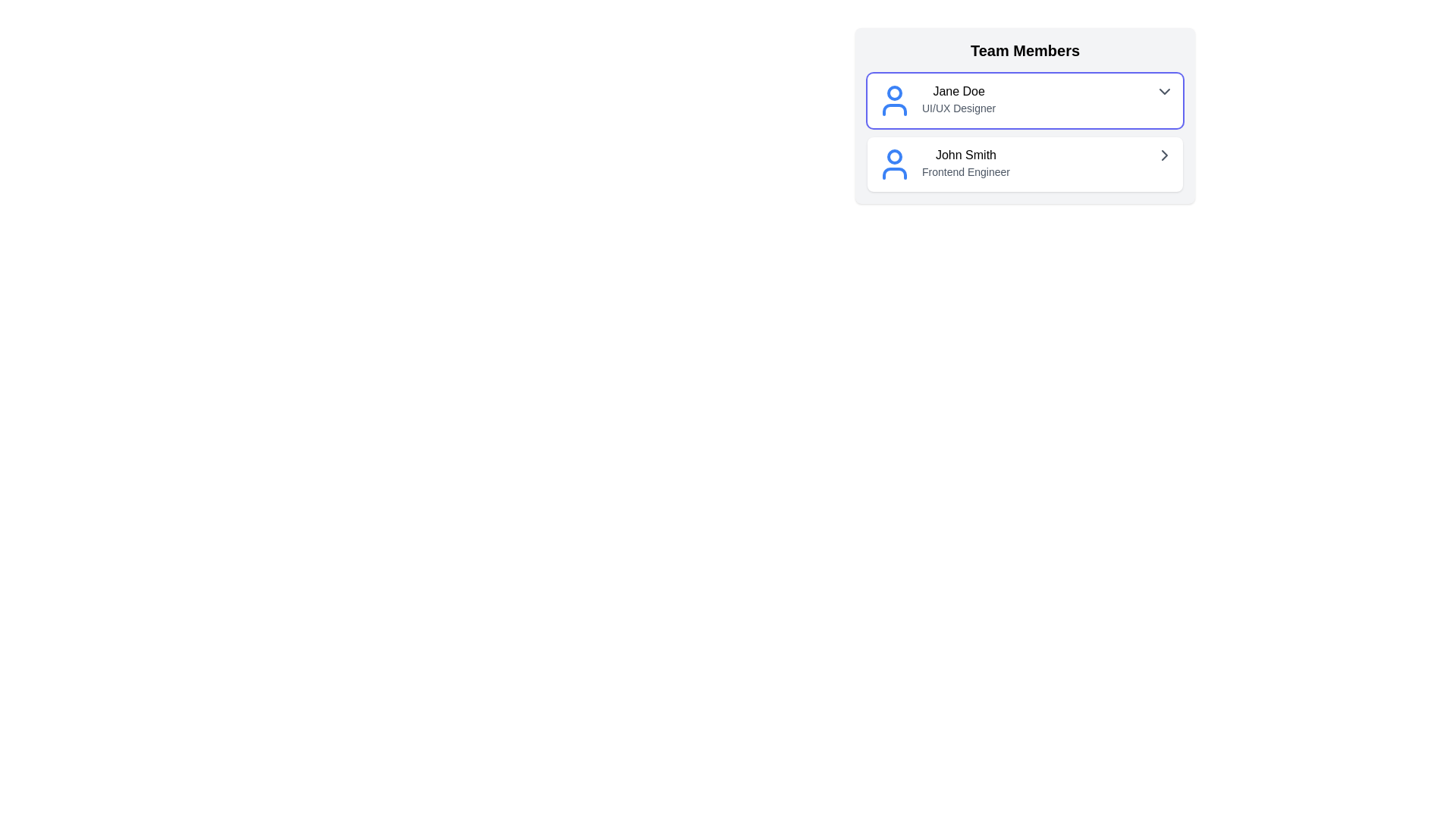  I want to click on the text label displaying 'Jane Doe', so click(958, 91).